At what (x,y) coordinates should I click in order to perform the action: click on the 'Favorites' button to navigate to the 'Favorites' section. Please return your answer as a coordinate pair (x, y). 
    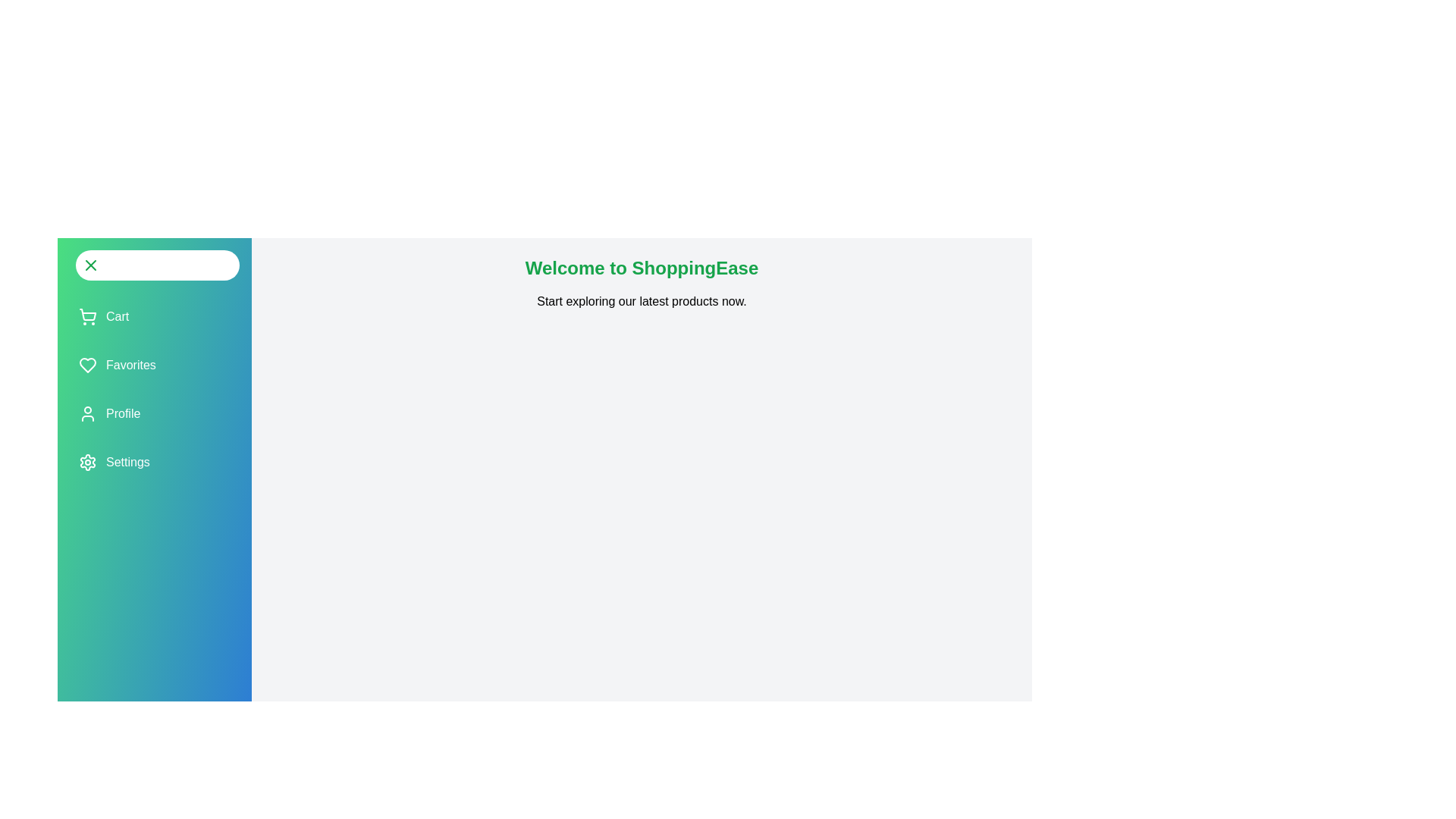
    Looking at the image, I should click on (116, 366).